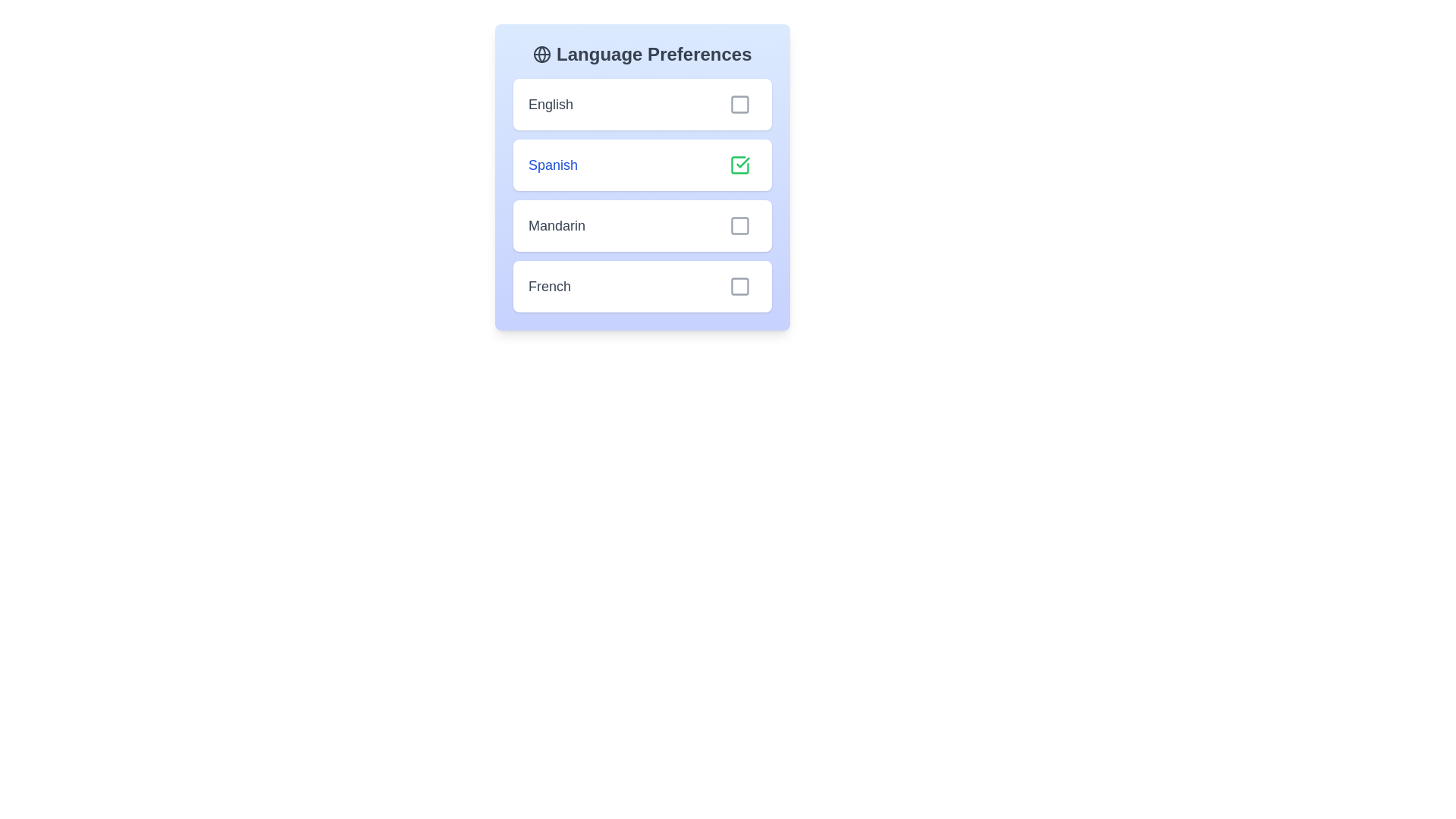 The image size is (1456, 819). What do you see at coordinates (642, 287) in the screenshot?
I see `the 'French' checkbox in the Language Preferences section` at bounding box center [642, 287].